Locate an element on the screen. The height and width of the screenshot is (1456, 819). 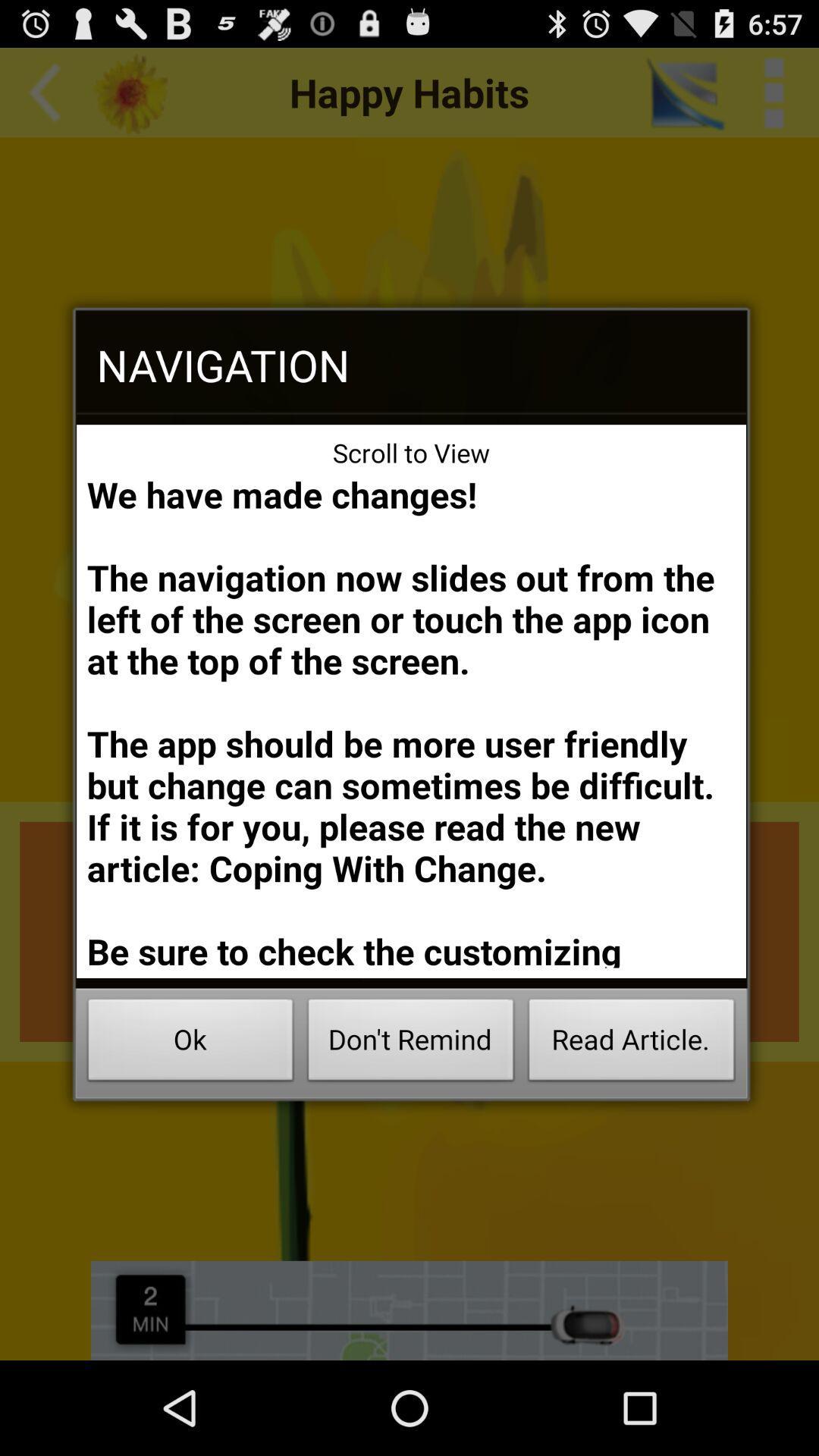
the read article. button is located at coordinates (632, 1043).